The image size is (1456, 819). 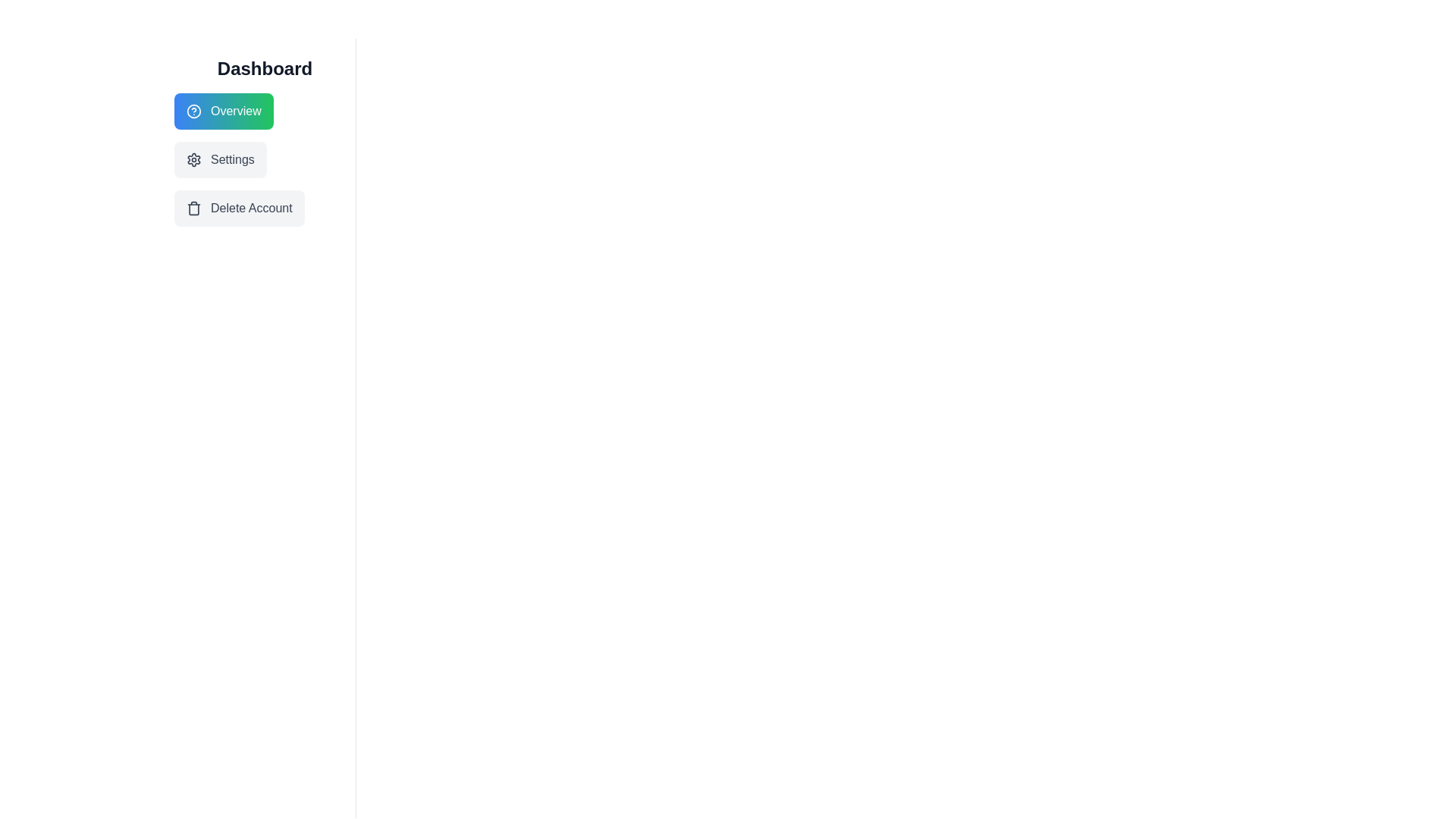 I want to click on the 'Overview' text label within the blue to green gradient button located under the 'Dashboard' header, so click(x=235, y=110).